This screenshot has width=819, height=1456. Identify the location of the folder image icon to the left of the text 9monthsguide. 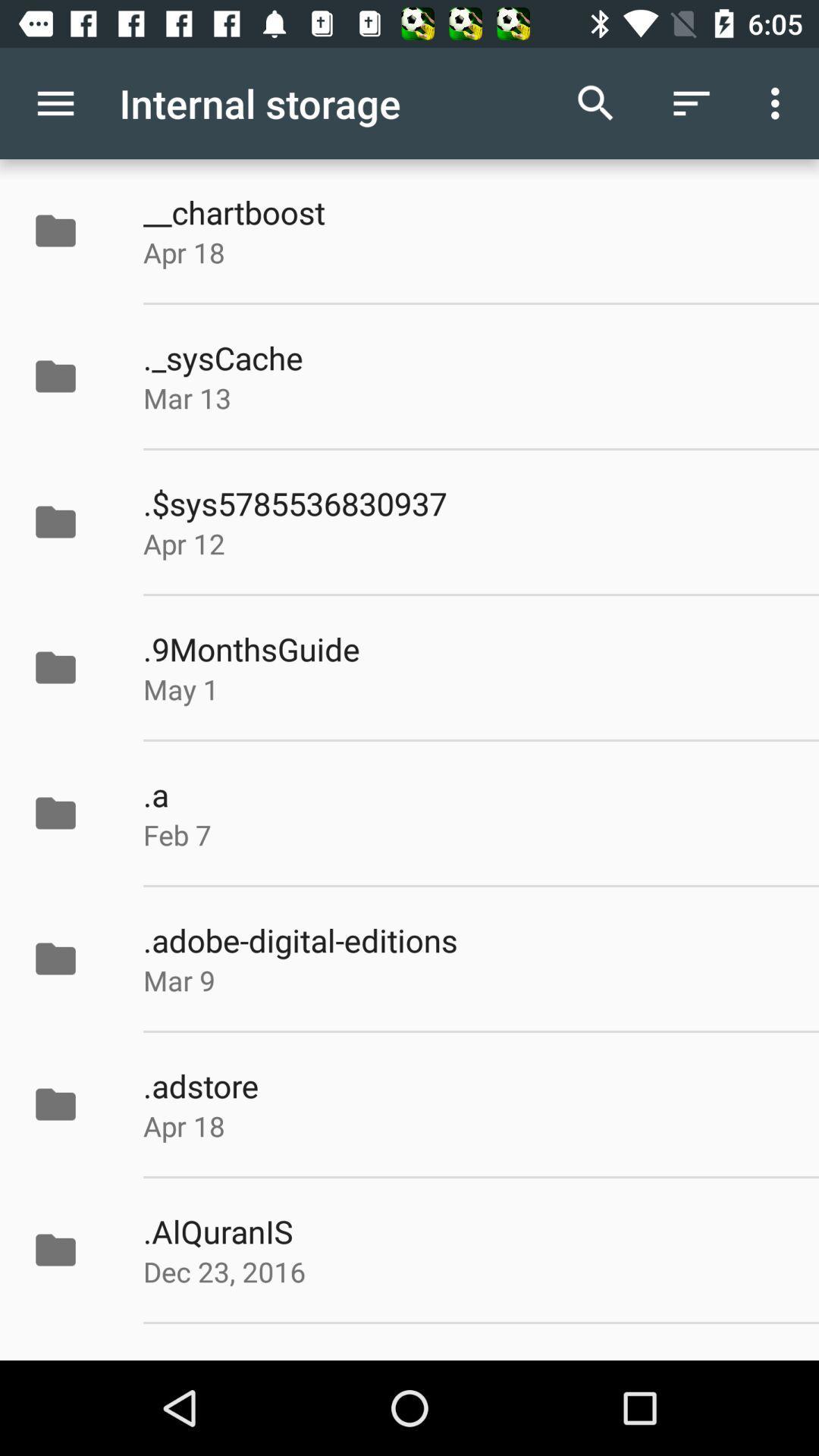
(55, 667).